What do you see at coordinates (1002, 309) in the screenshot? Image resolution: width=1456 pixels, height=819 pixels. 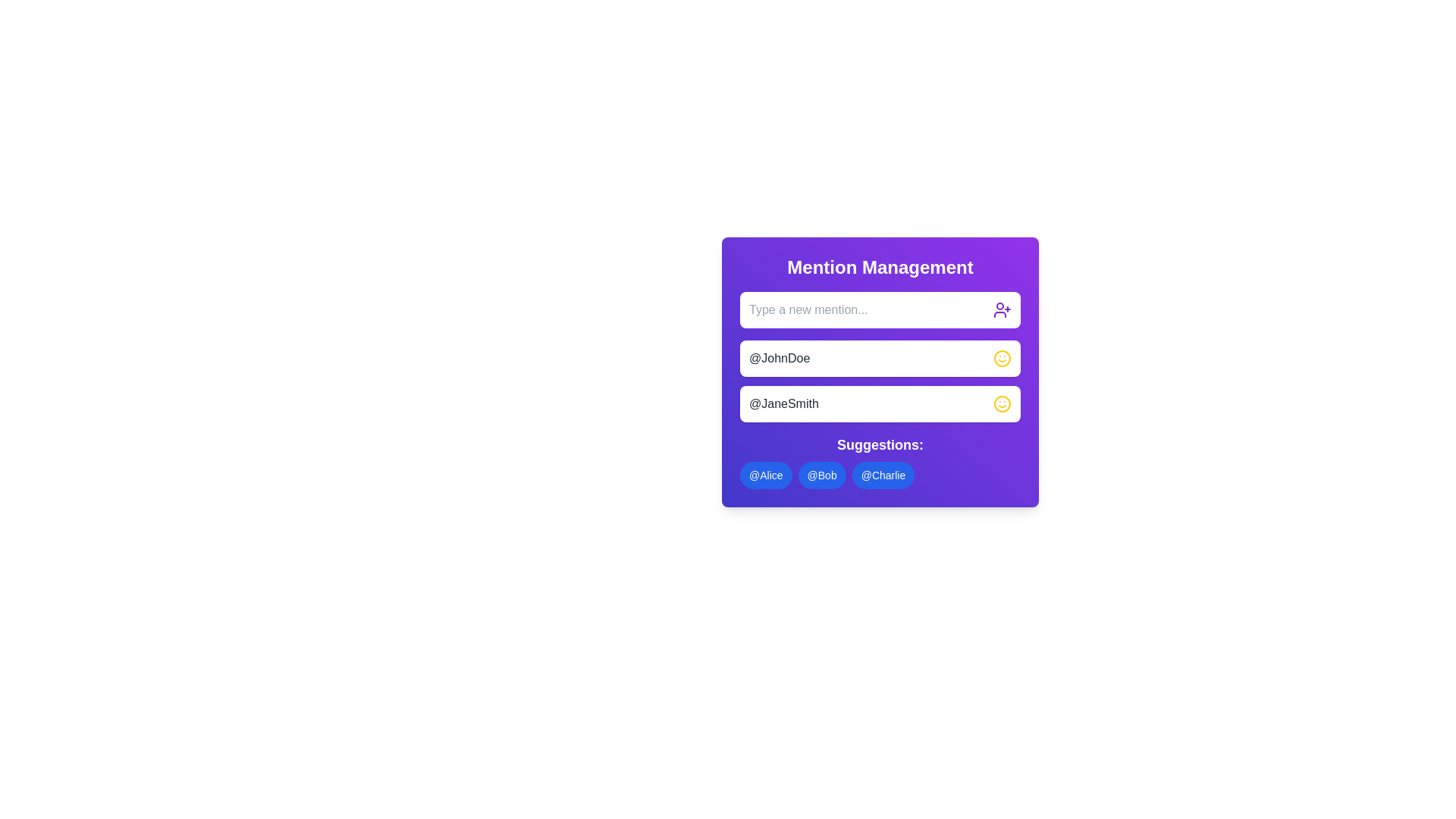 I see `the user addition icon located at the top-right corner of the 'Type a new mention...' input field` at bounding box center [1002, 309].